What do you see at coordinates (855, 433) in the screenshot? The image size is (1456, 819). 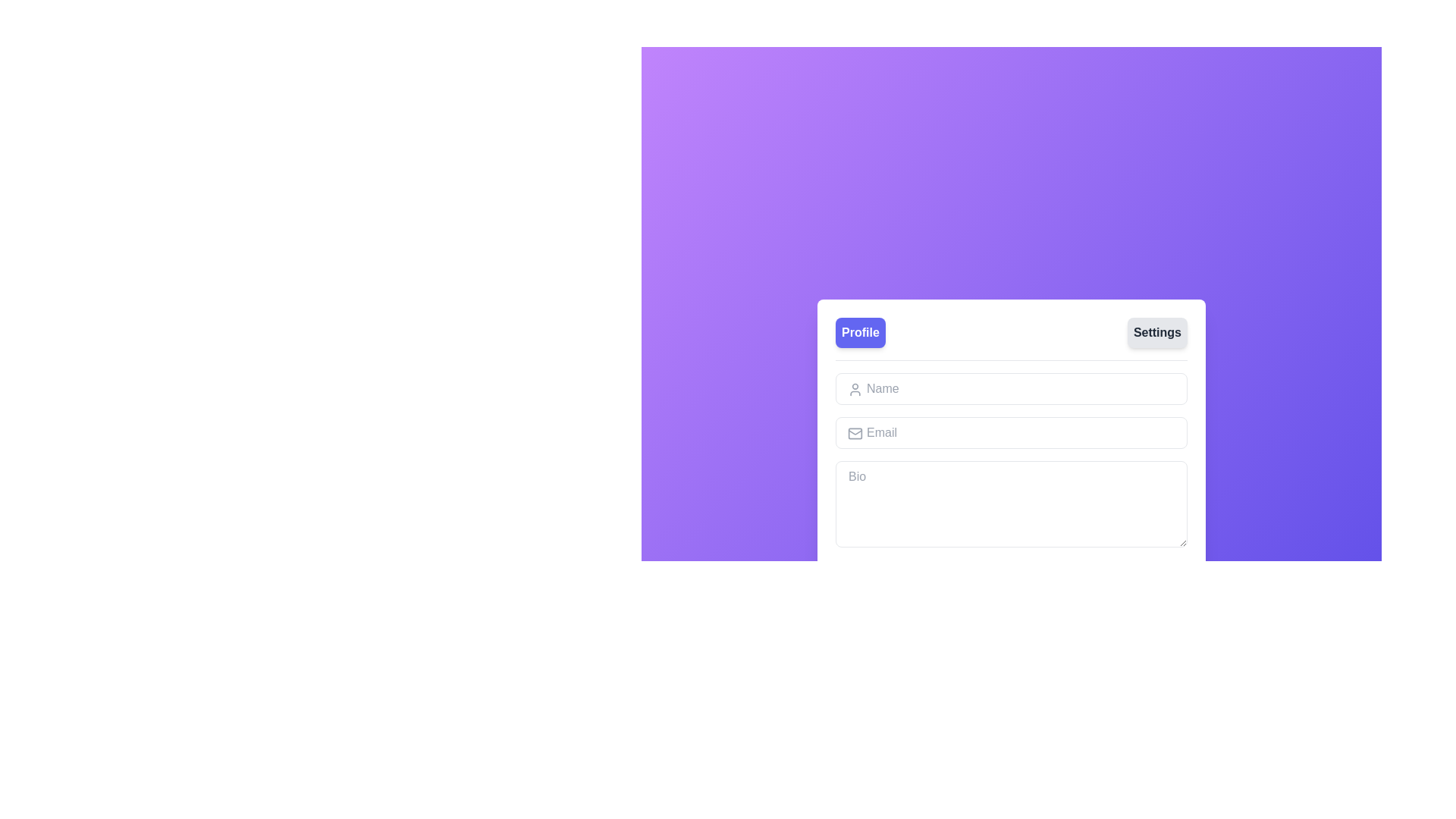 I see `the small envelope icon located on the left side of the 'Email' input field, which is styled with thin lines and a gray color tone` at bounding box center [855, 433].